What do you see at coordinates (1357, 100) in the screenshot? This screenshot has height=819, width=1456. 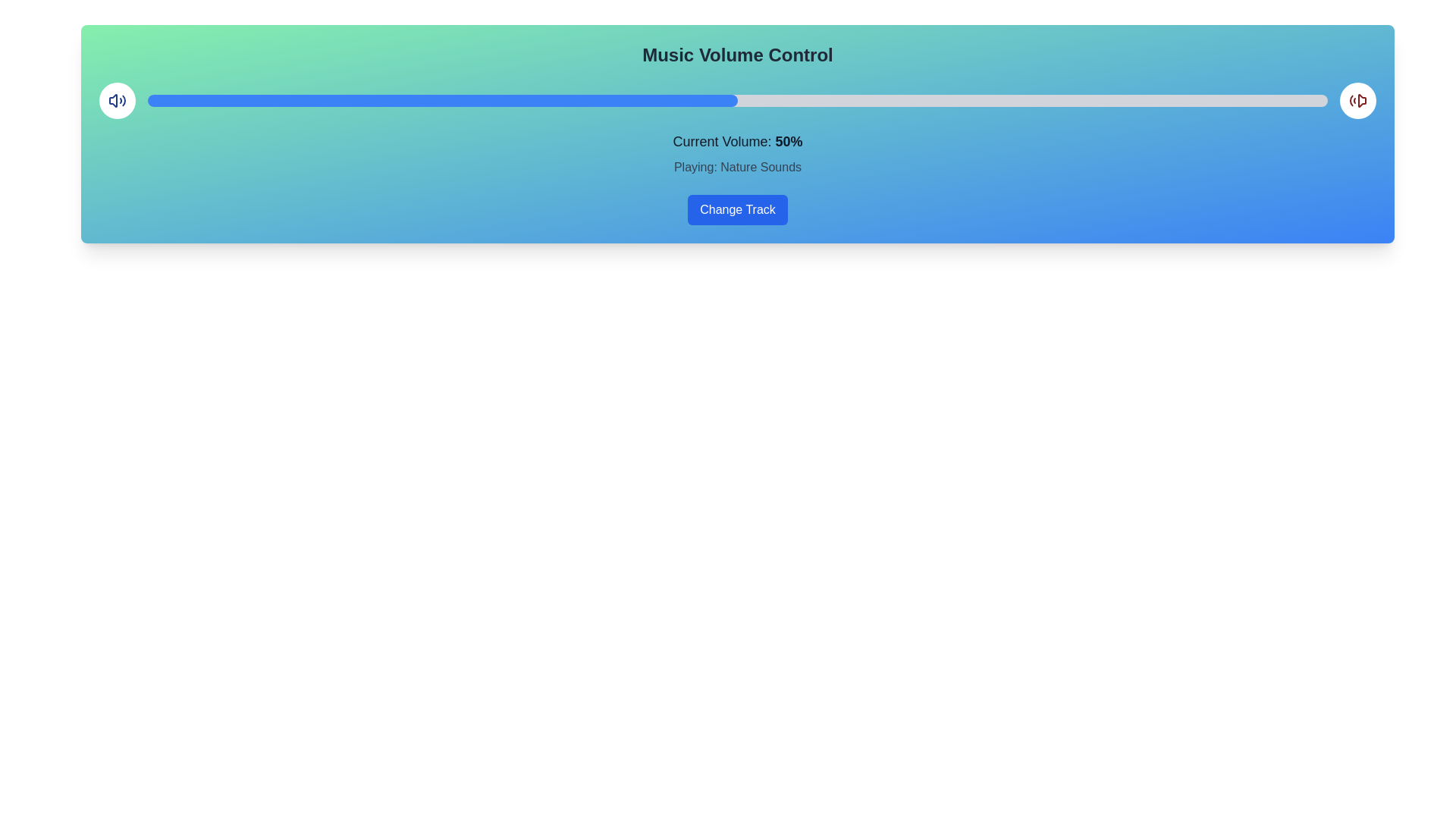 I see `the audio control icon located in the top-right corner of the interface, which is inside a circular button and adjacent to the horizontal volume bar` at bounding box center [1357, 100].